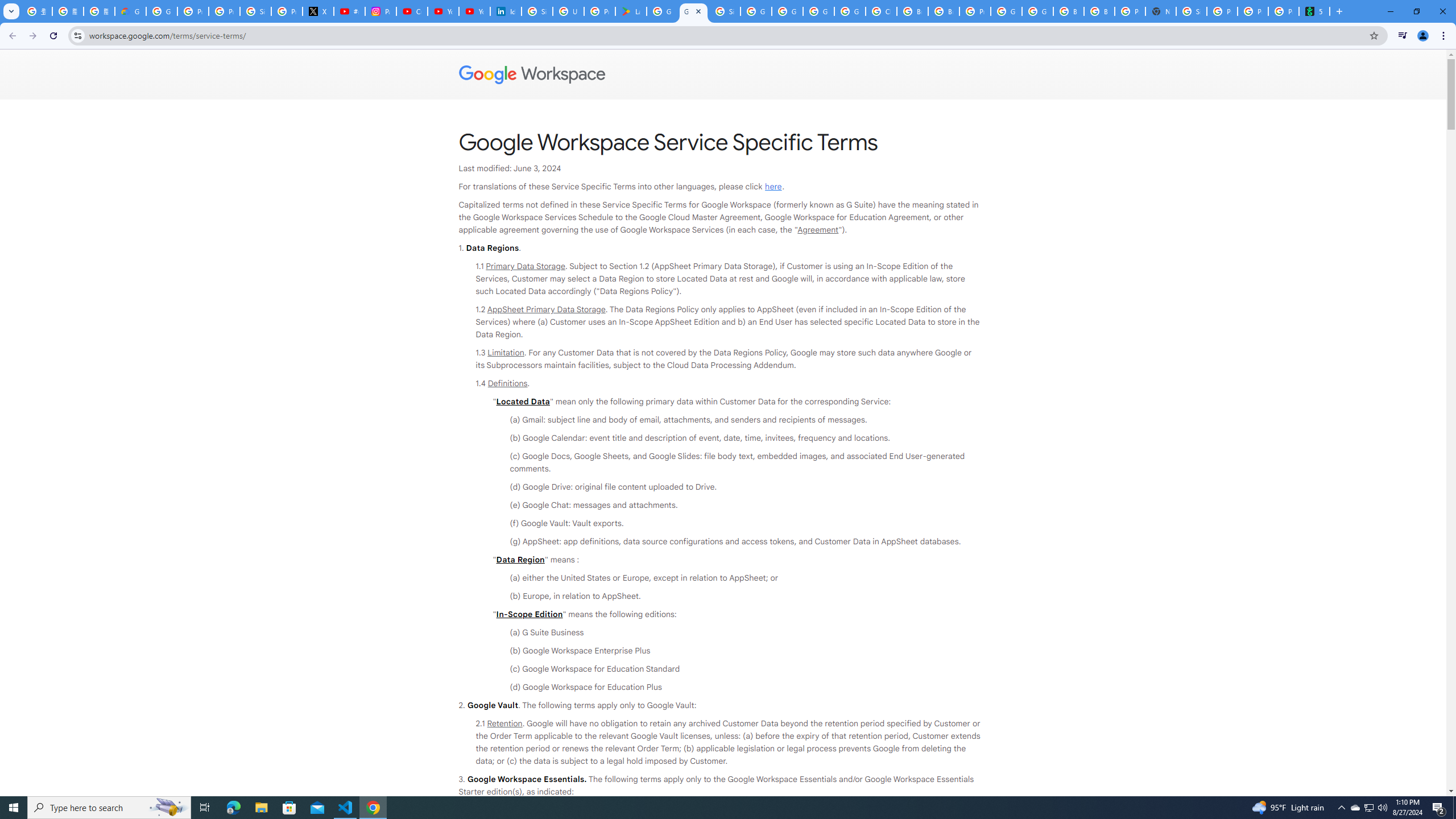 Image resolution: width=1456 pixels, height=819 pixels. I want to click on 'Google Cloud Platform', so click(1037, 11).